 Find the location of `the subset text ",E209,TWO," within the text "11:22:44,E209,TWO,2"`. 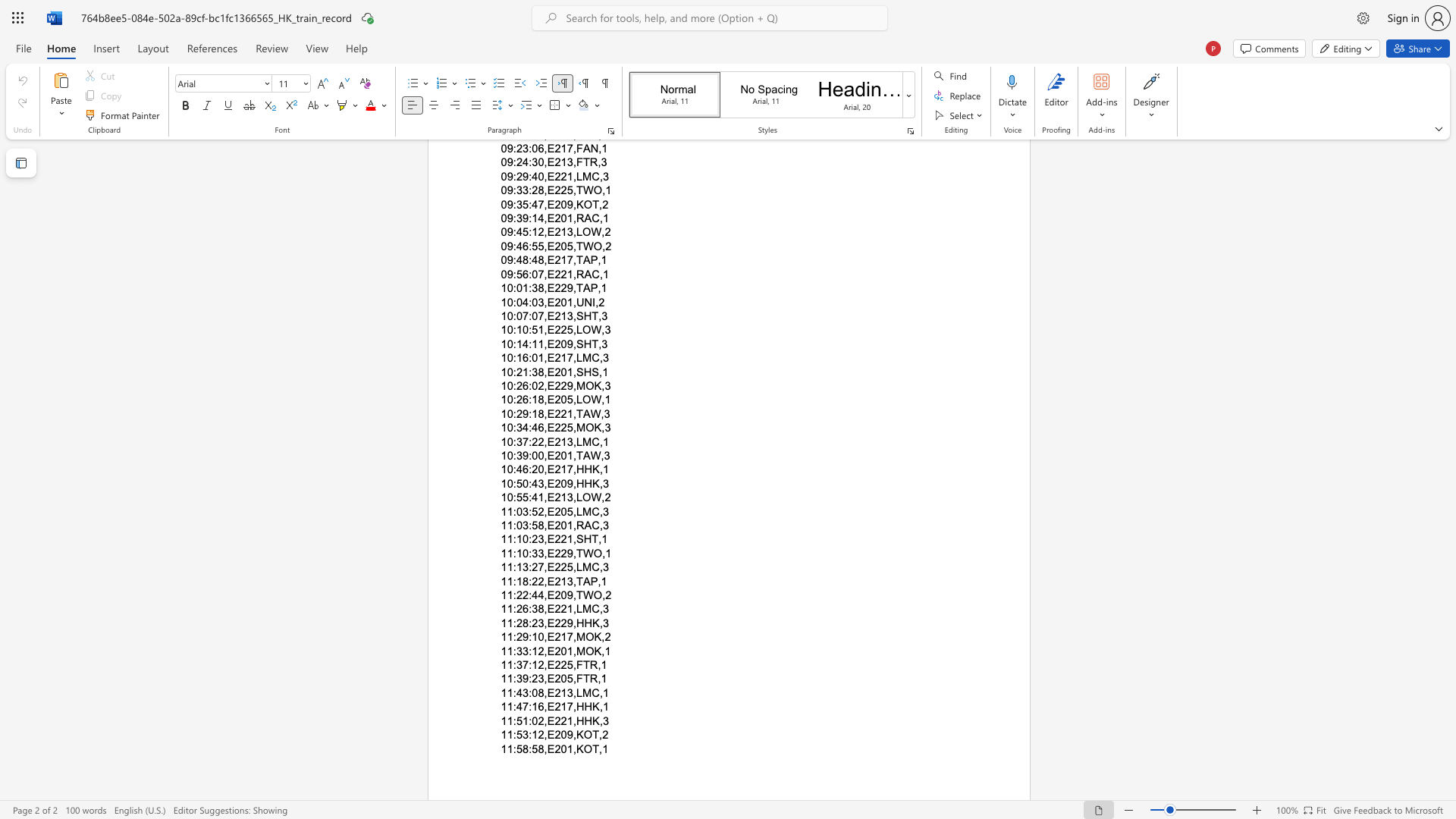

the subset text ",E209,TWO," within the text "11:22:44,E209,TWO,2" is located at coordinates (544, 595).